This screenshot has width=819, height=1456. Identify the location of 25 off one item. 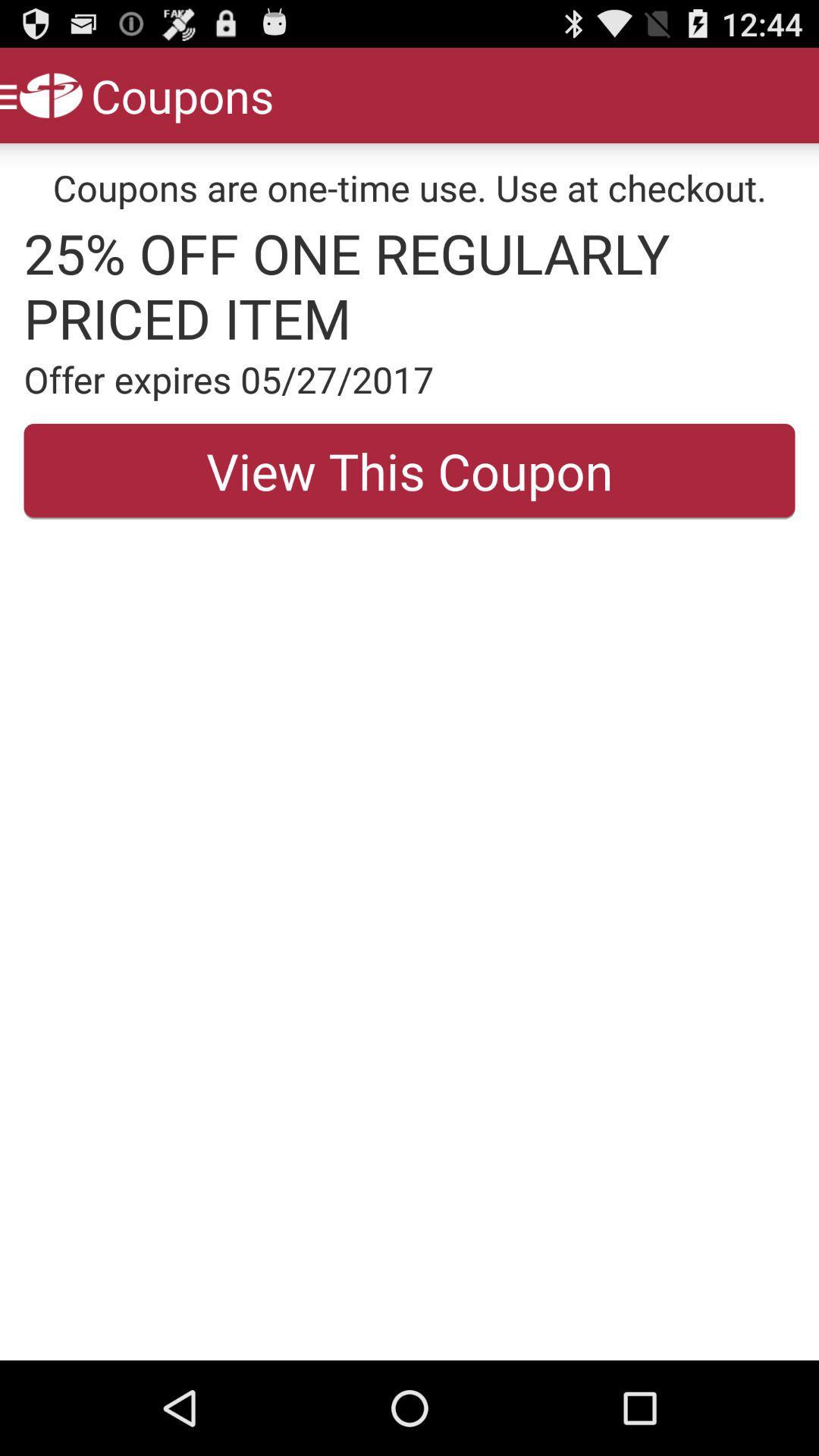
(409, 285).